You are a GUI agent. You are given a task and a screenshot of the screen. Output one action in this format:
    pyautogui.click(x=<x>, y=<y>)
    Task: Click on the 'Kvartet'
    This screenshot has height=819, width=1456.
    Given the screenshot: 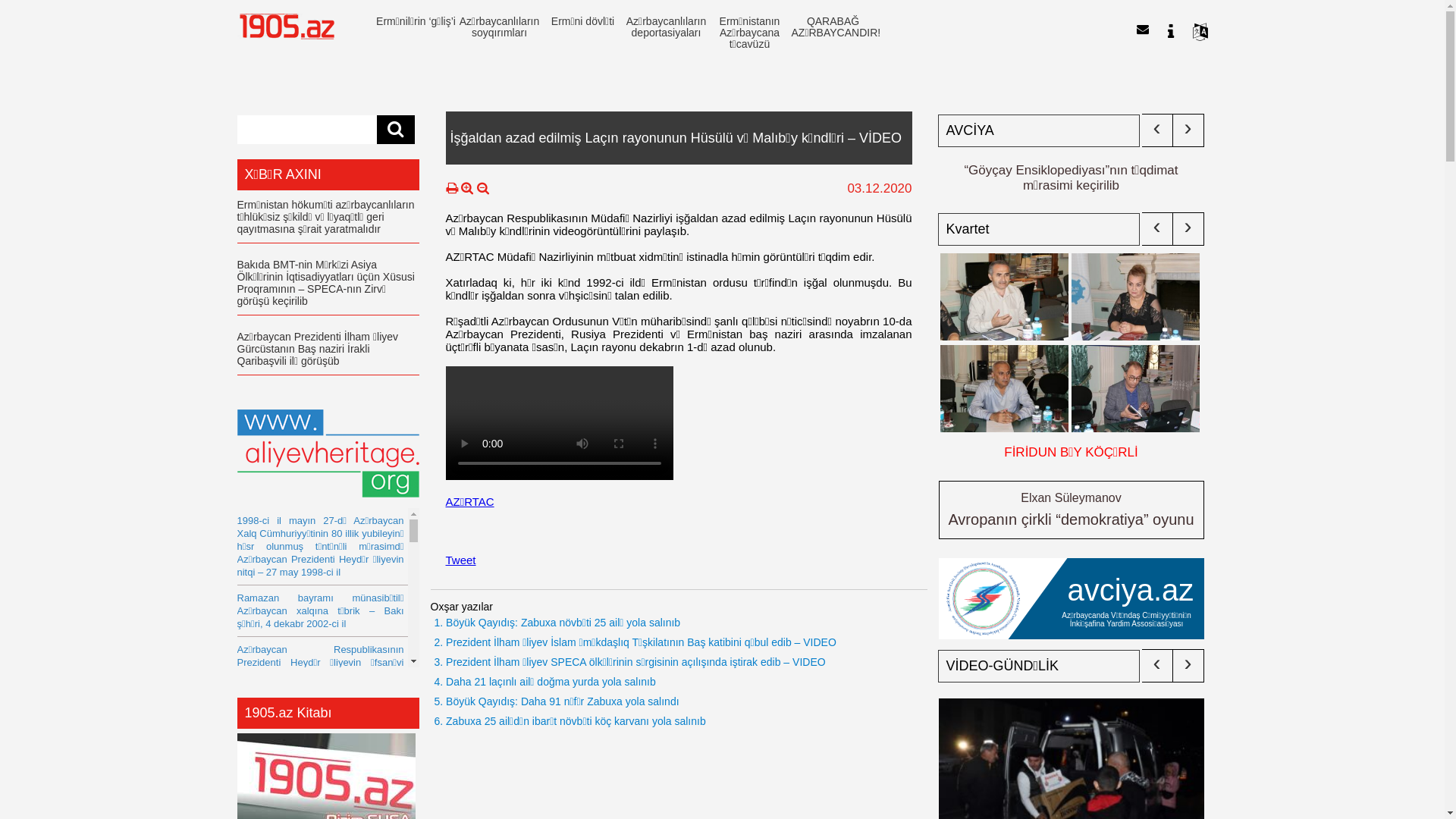 What is the action you would take?
    pyautogui.click(x=1037, y=229)
    